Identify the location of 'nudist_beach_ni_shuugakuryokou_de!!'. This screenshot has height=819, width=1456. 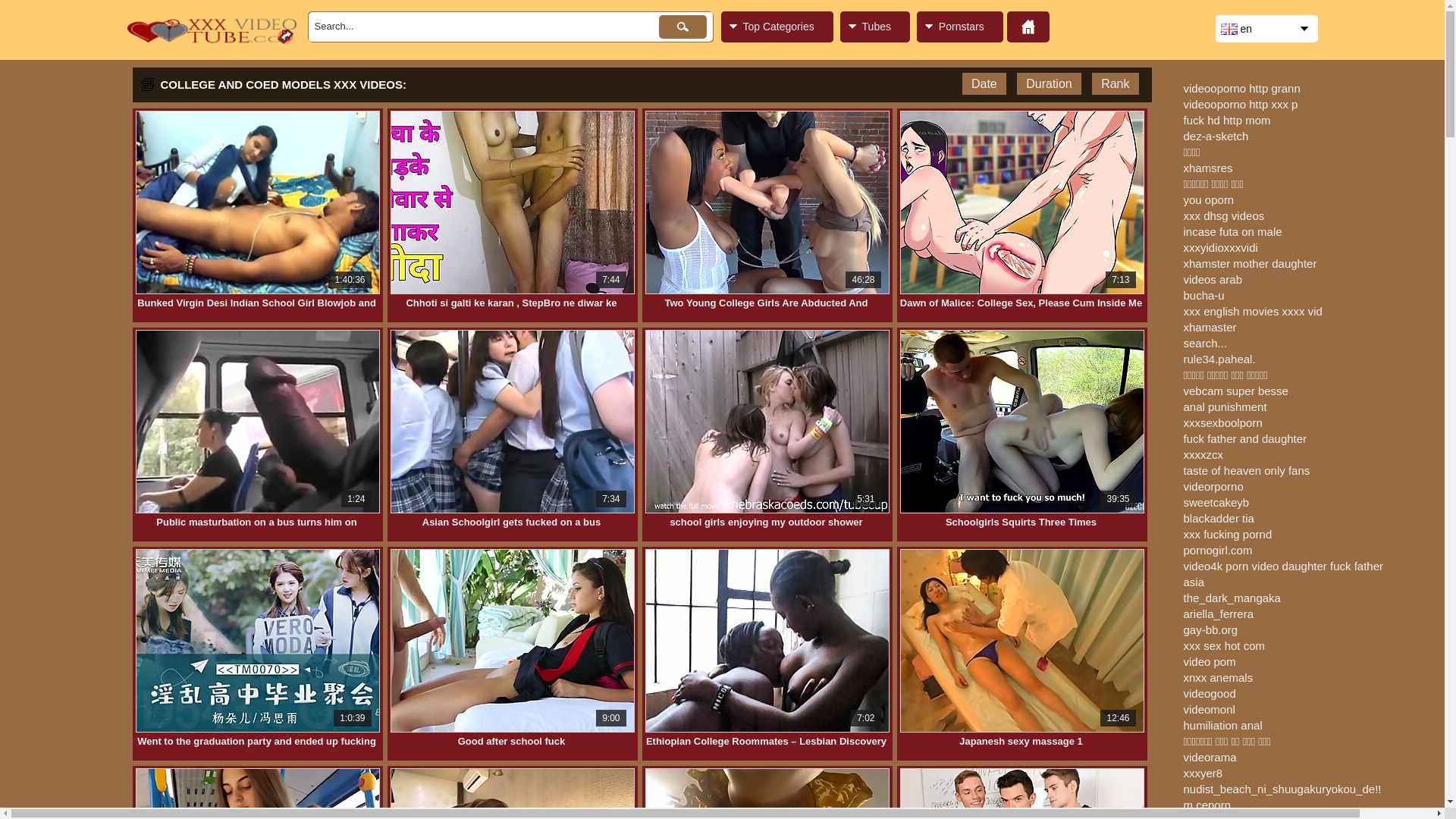
(1281, 788).